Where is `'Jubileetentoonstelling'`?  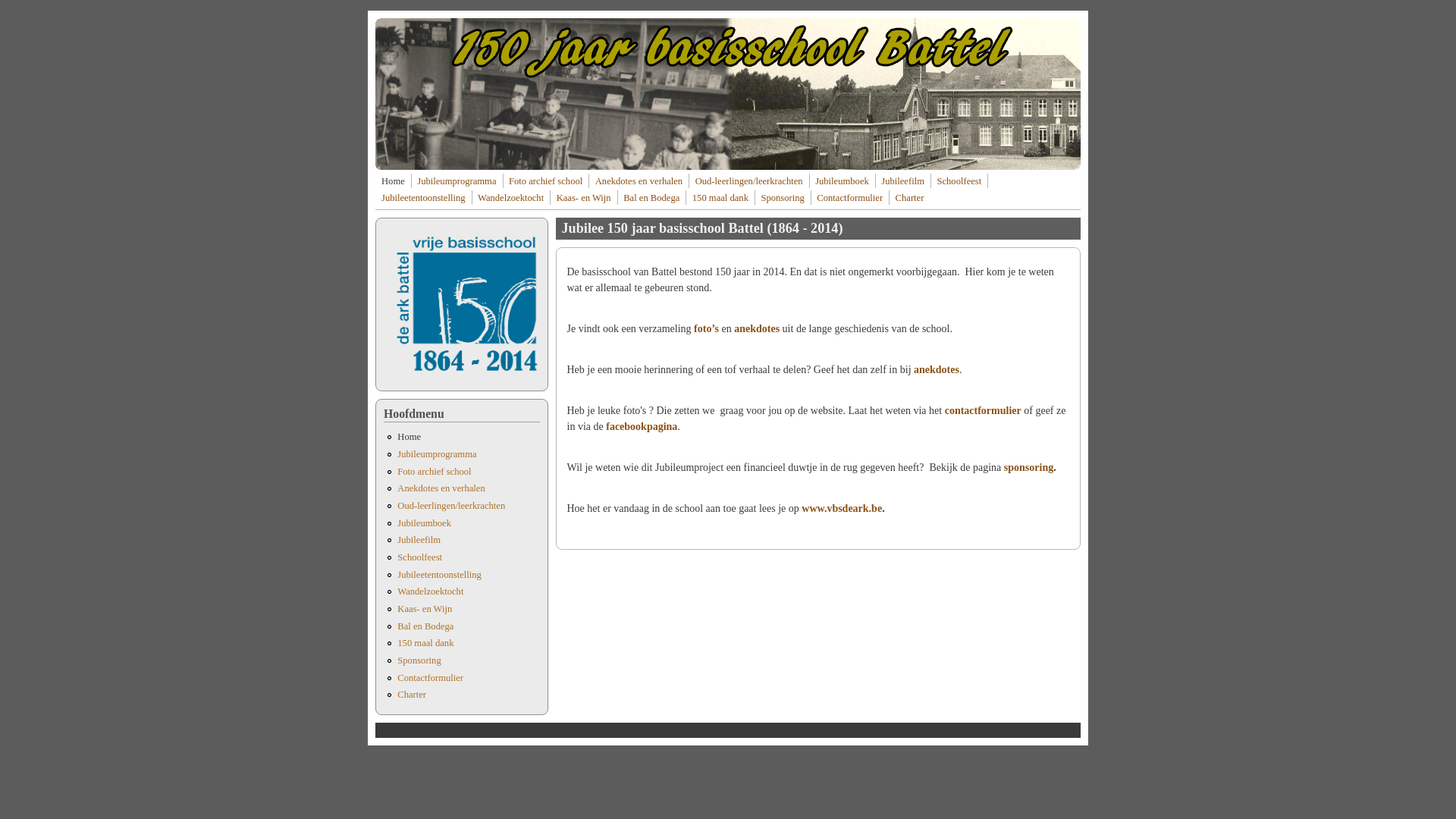 'Jubileetentoonstelling' is located at coordinates (423, 197).